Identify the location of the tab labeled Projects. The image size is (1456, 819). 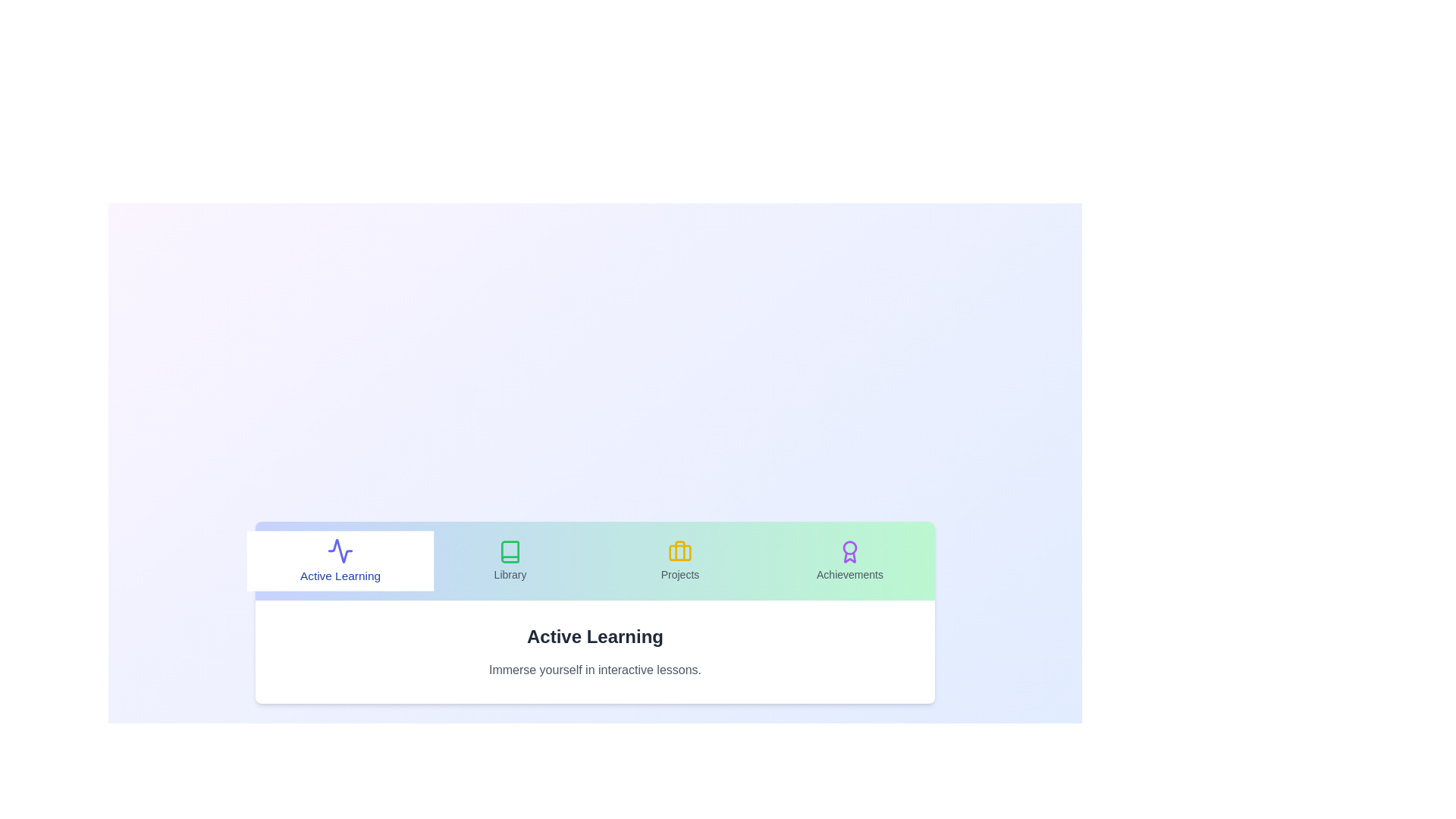
(679, 561).